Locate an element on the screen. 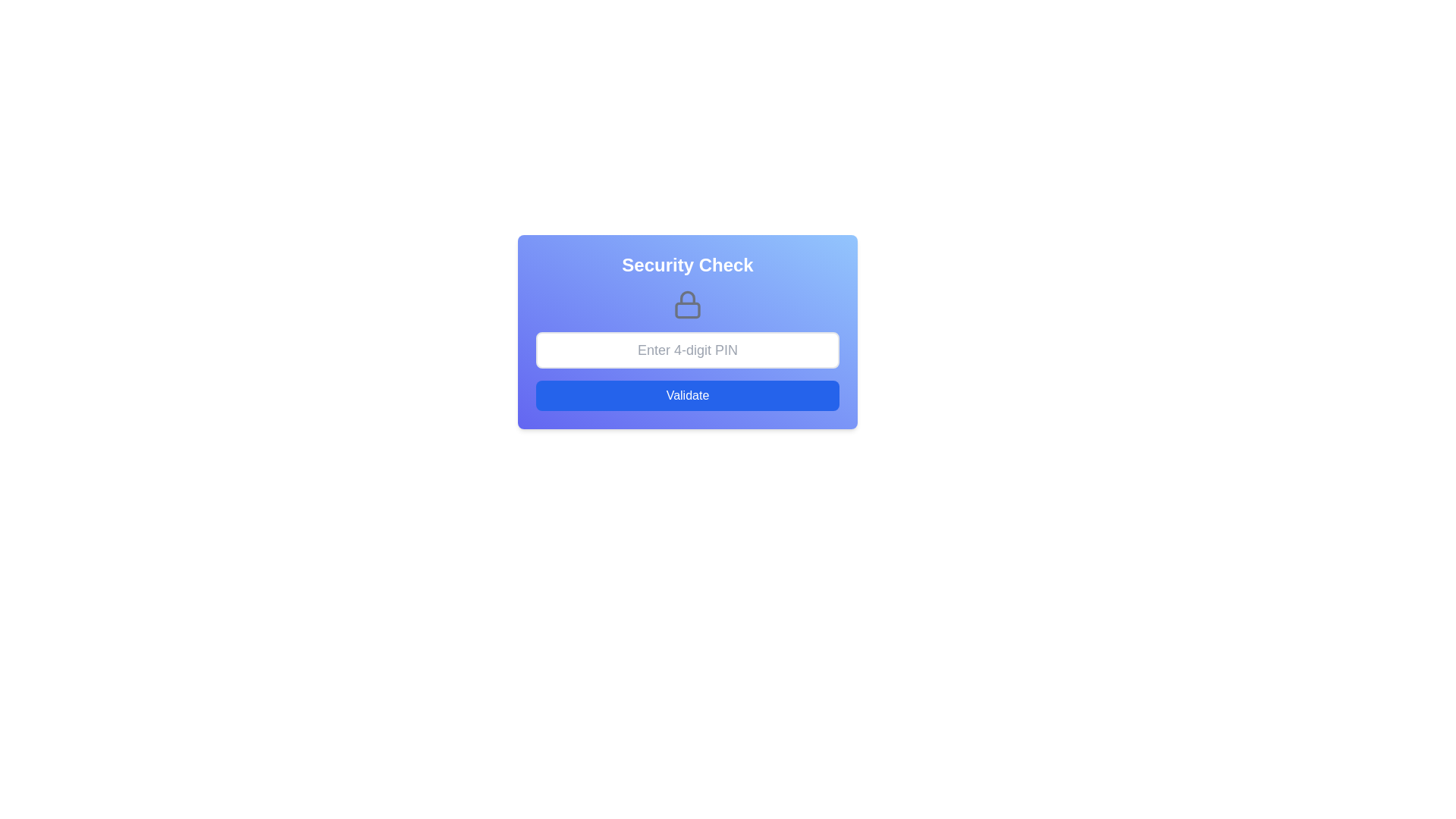 The width and height of the screenshot is (1456, 819). the 'Validate' button with a blue background and white text is located at coordinates (687, 394).